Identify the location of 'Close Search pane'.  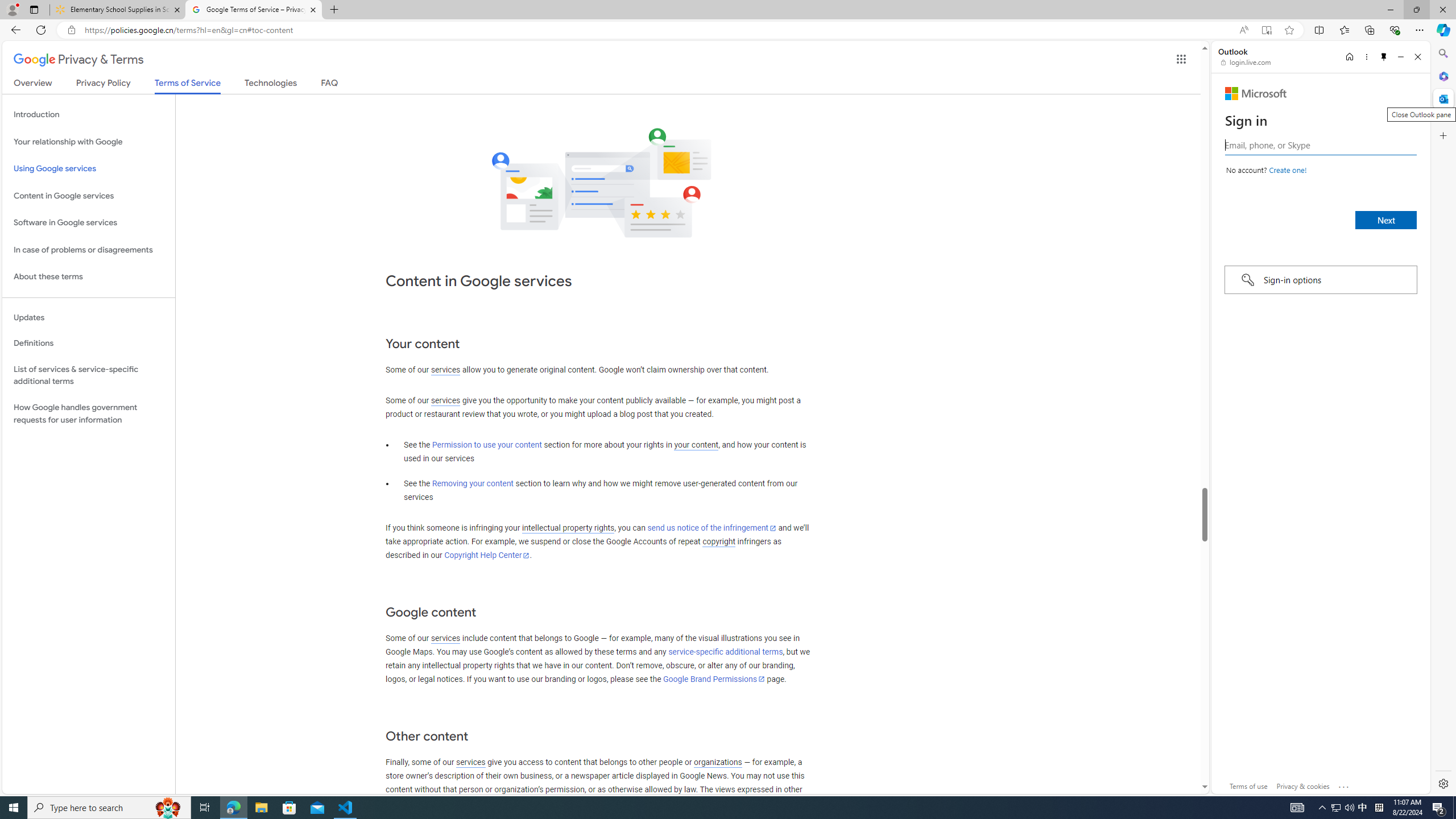
(1442, 53).